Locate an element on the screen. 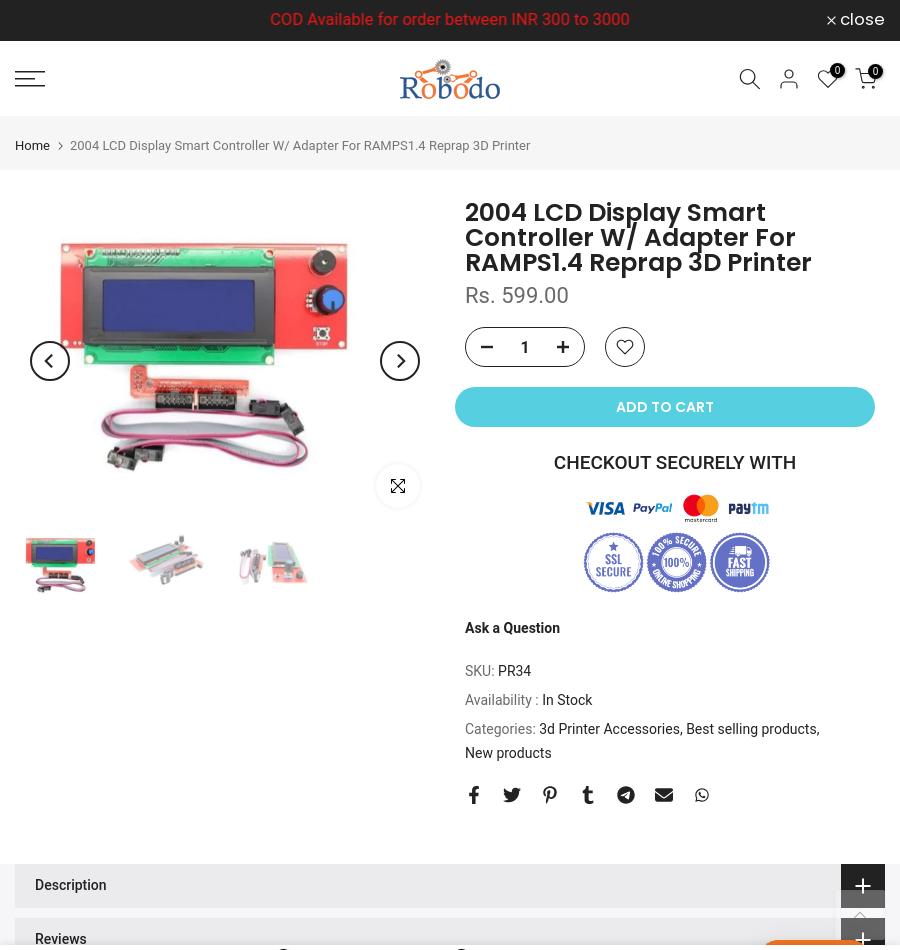  'In Stock' is located at coordinates (567, 699).